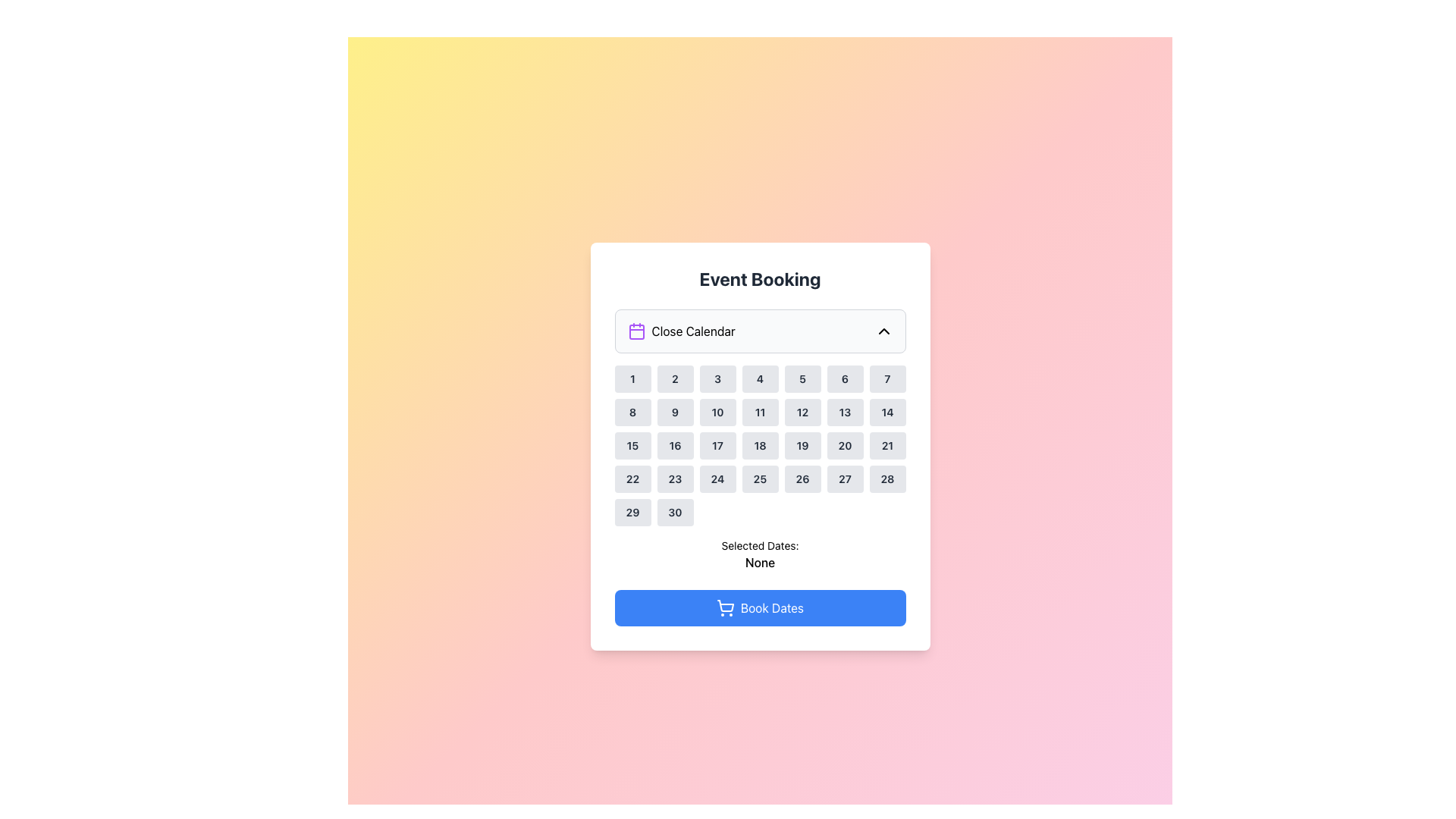 The height and width of the screenshot is (819, 1456). Describe the element at coordinates (760, 378) in the screenshot. I see `the square button with a soft gray background and bold black text '4'` at that location.